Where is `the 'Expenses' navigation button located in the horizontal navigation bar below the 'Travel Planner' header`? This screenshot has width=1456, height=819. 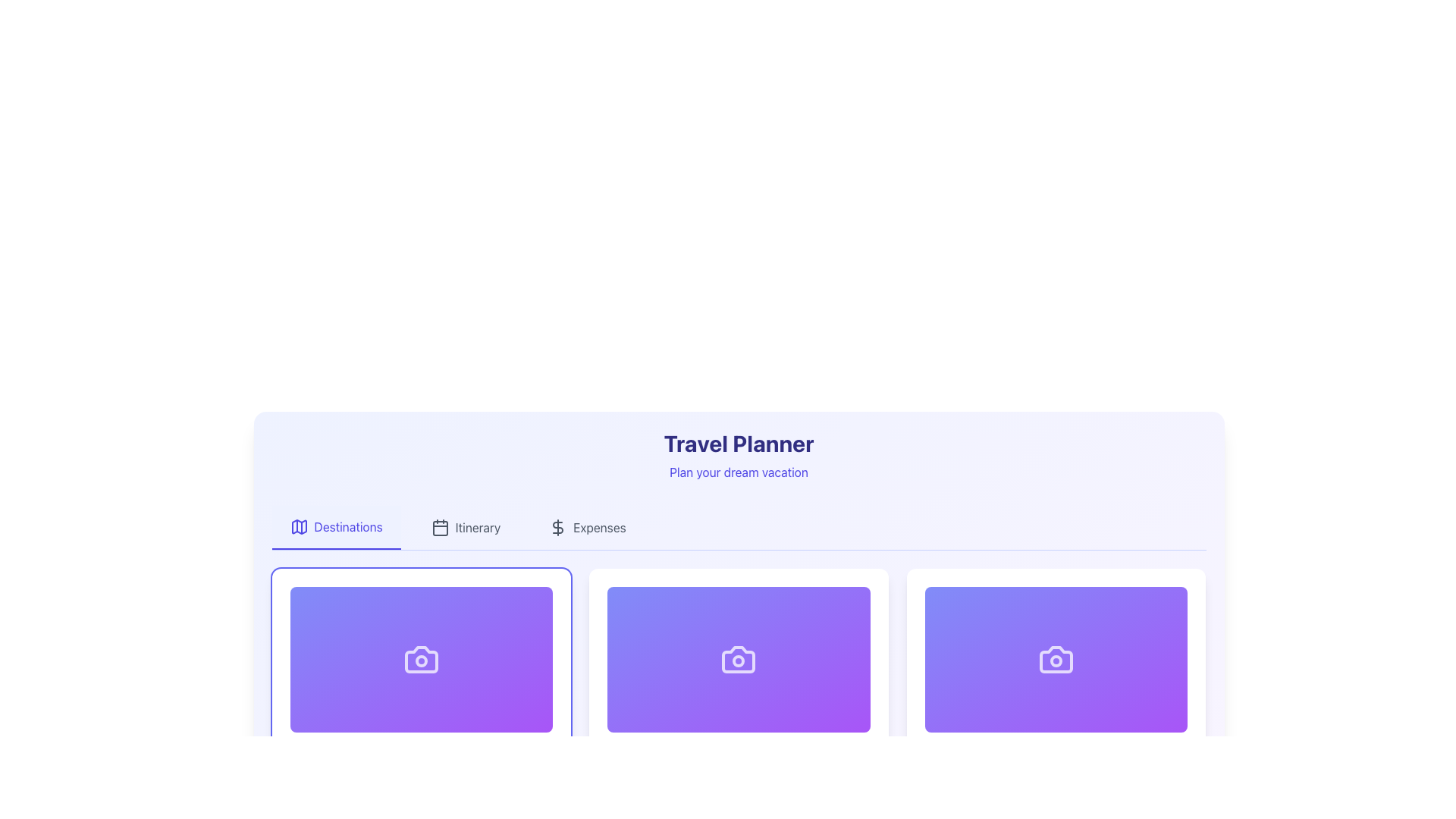
the 'Expenses' navigation button located in the horizontal navigation bar below the 'Travel Planner' header is located at coordinates (599, 526).